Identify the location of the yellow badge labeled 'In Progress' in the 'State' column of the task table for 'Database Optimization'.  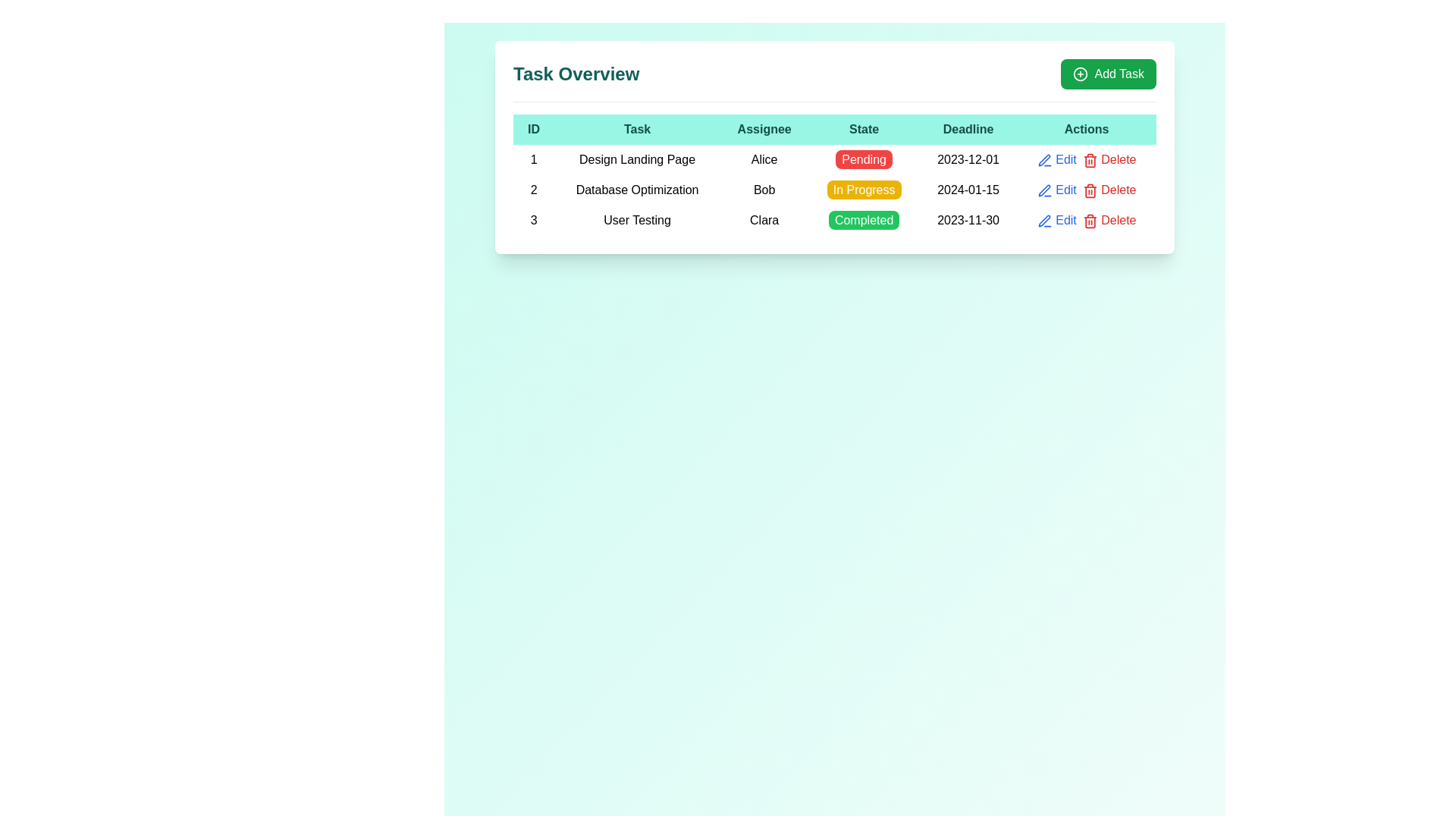
(864, 189).